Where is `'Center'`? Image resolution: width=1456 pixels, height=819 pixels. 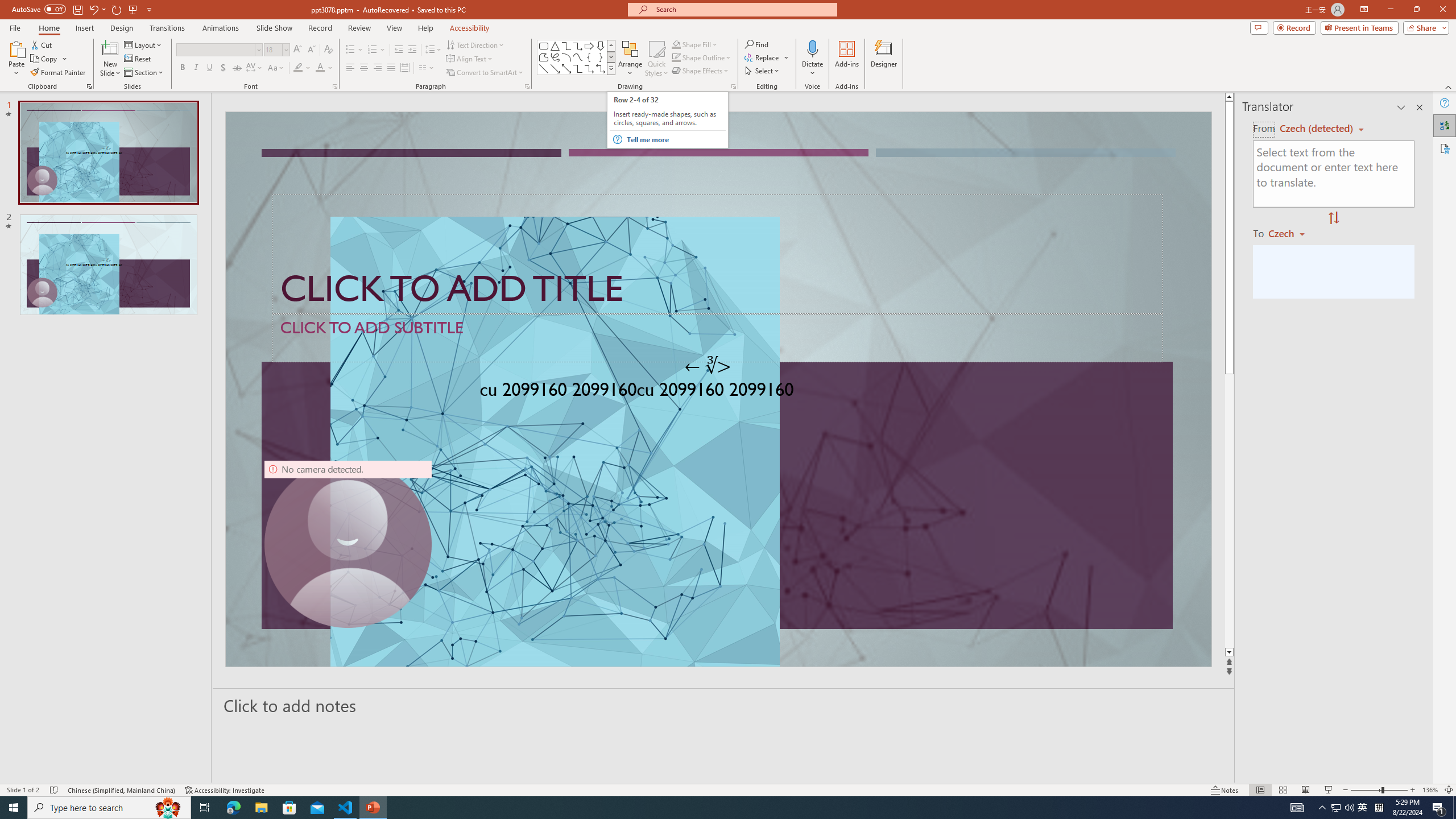 'Center' is located at coordinates (364, 67).